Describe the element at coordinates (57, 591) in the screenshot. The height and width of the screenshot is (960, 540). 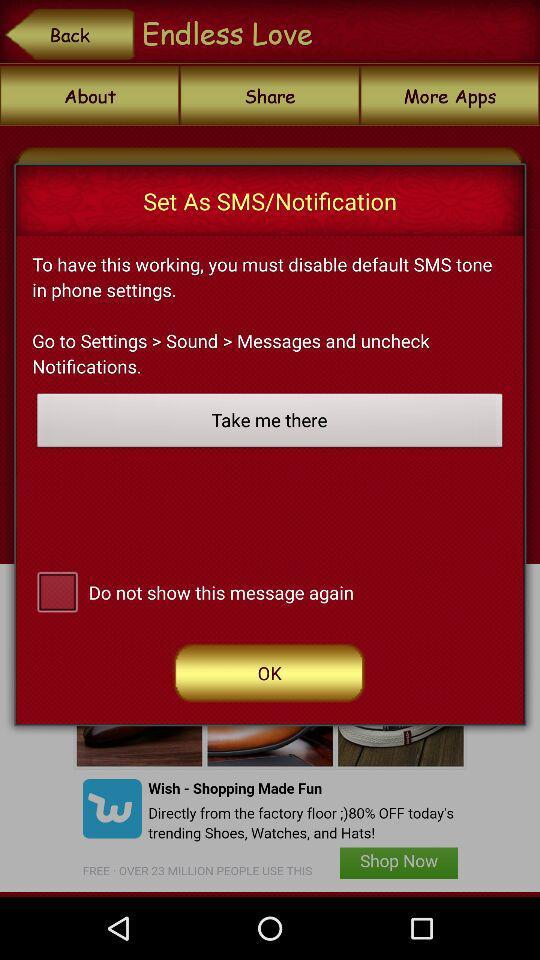
I see `switch do not show message again option` at that location.